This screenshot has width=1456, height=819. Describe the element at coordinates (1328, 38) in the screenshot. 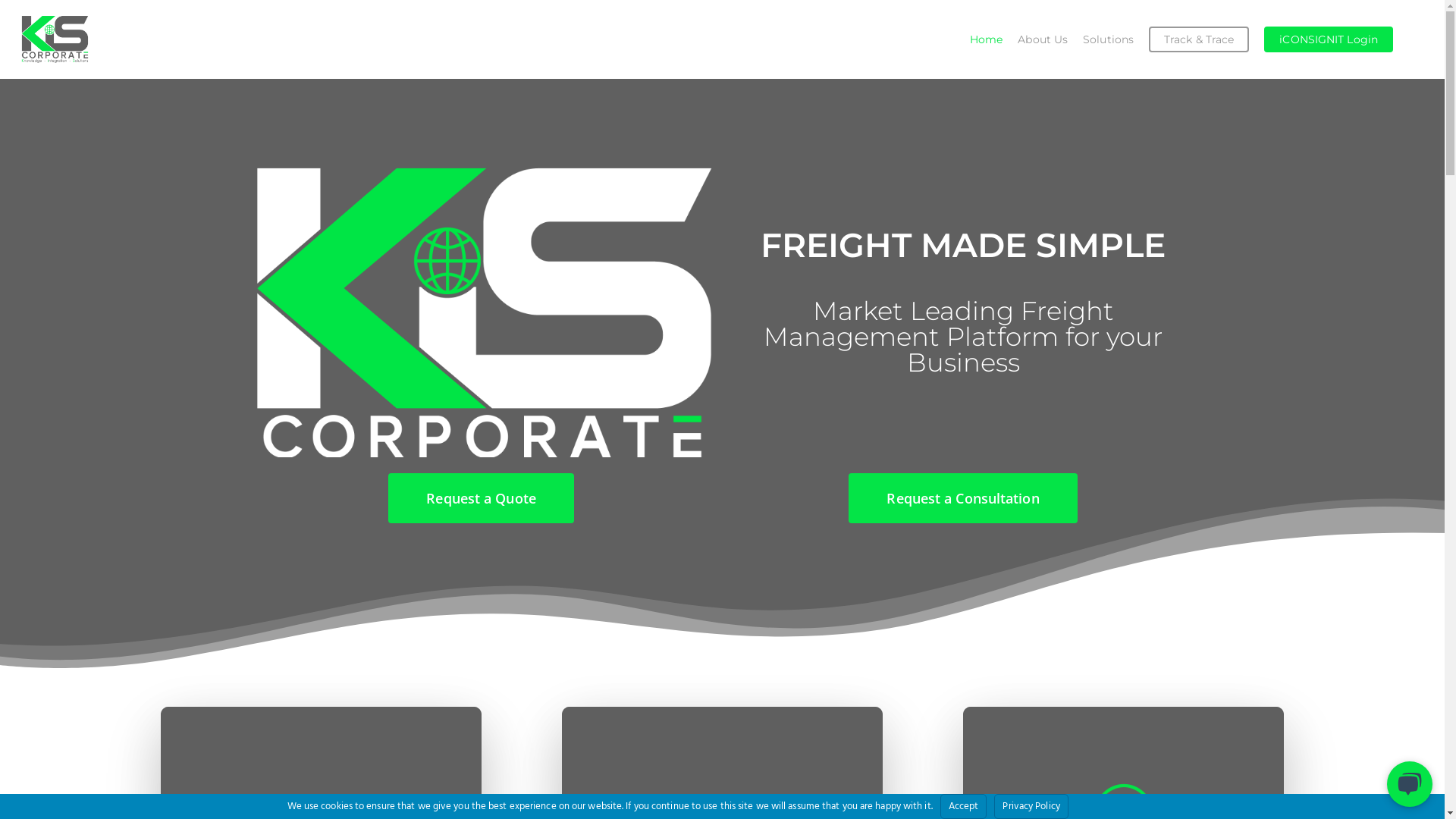

I see `'iCONSIGNIT Login'` at that location.